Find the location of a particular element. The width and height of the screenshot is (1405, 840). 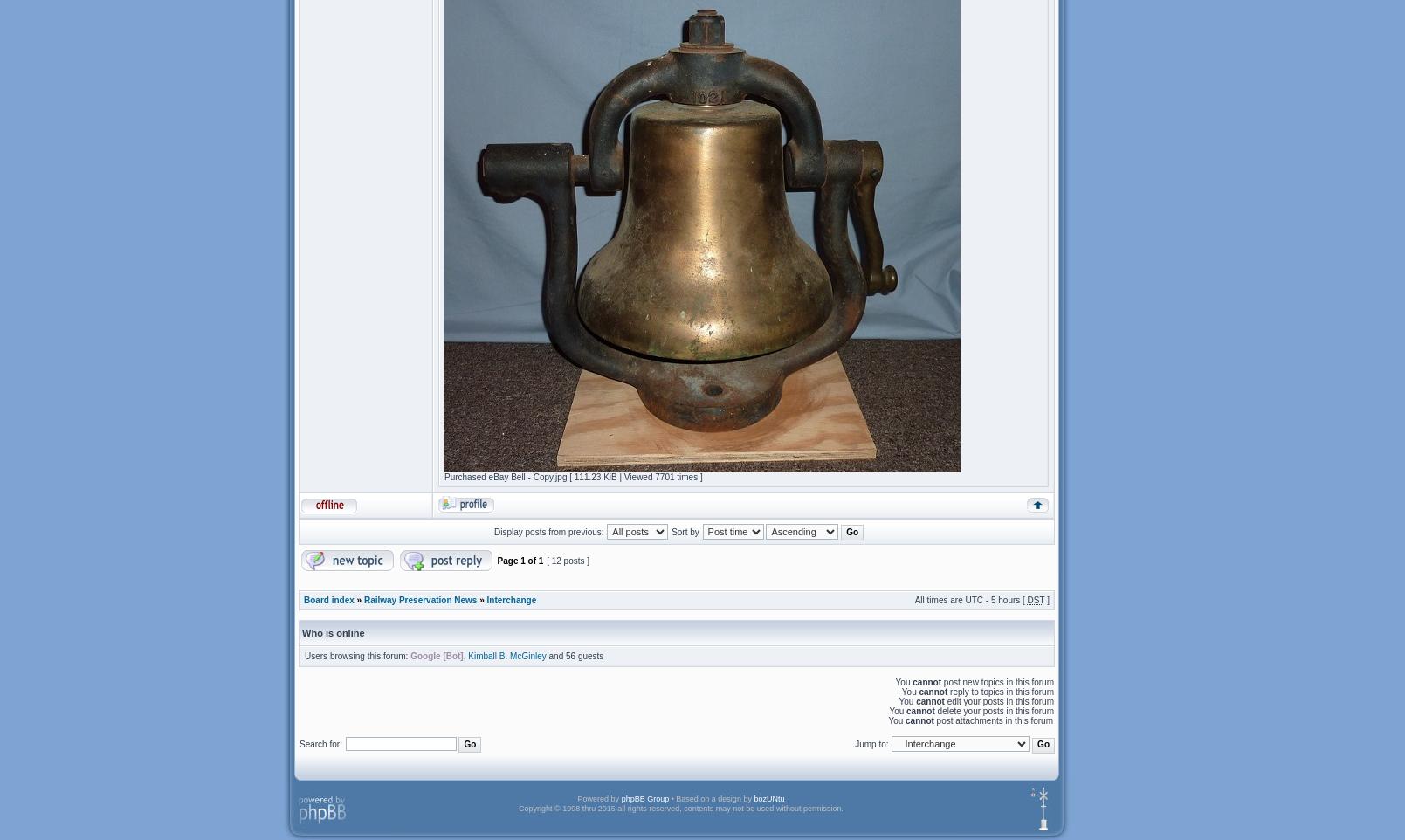

'edit your posts in this forum' is located at coordinates (997, 700).